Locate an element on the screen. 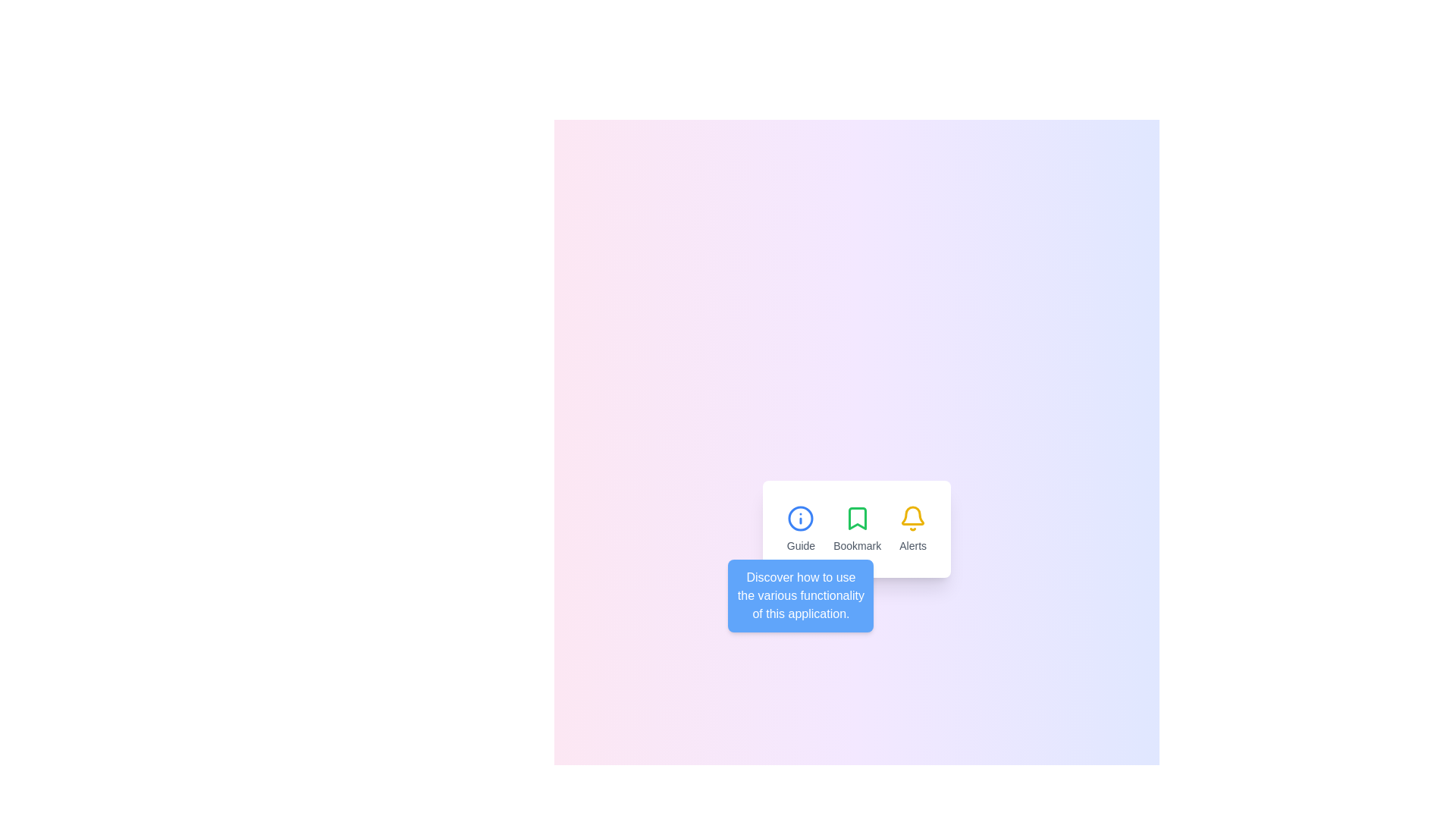  the Tooltip or informational box that provides additional information about the 'Guide' section for accessibility purposes is located at coordinates (800, 595).